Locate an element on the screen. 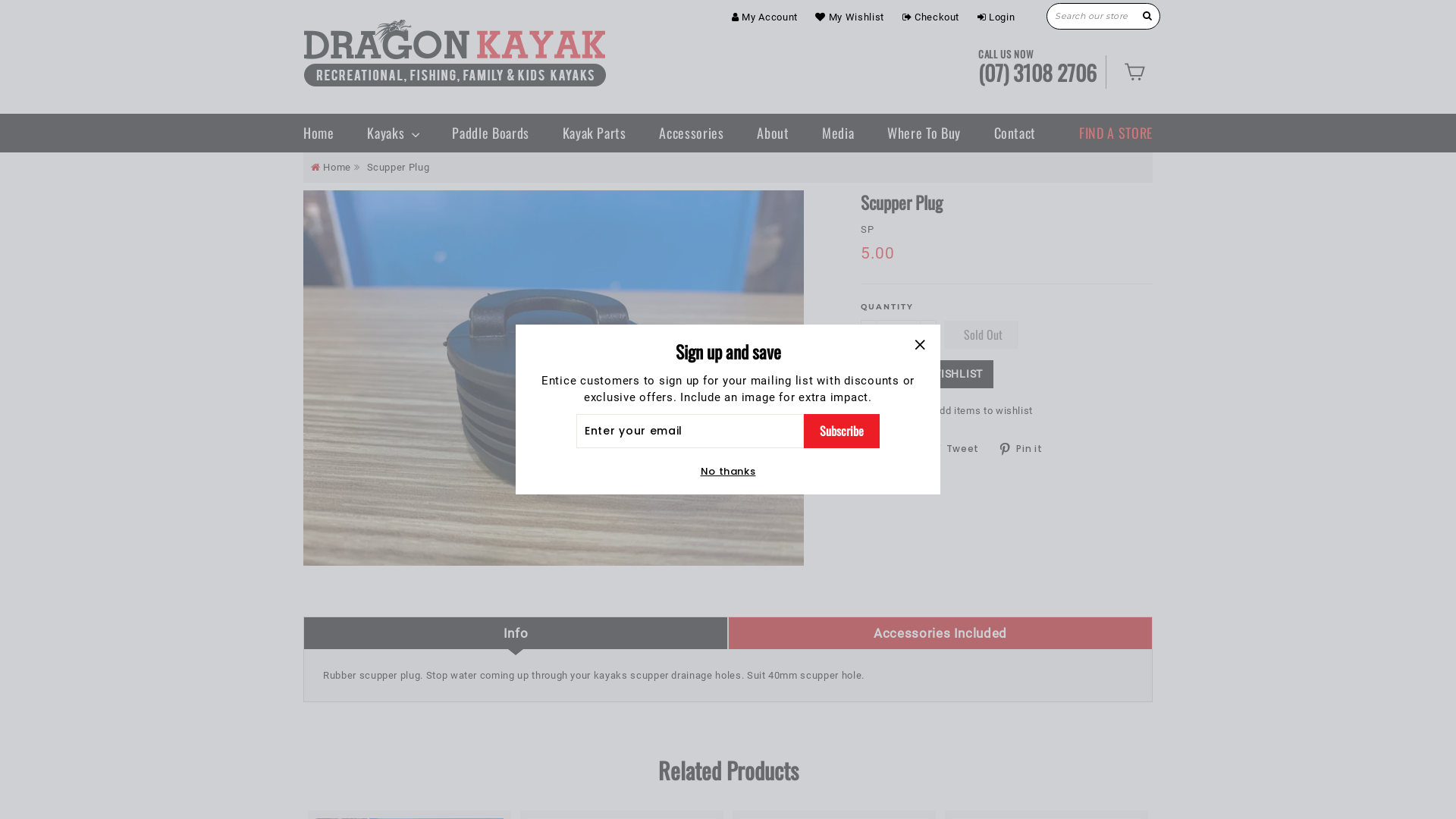  'Home' is located at coordinates (325, 132).